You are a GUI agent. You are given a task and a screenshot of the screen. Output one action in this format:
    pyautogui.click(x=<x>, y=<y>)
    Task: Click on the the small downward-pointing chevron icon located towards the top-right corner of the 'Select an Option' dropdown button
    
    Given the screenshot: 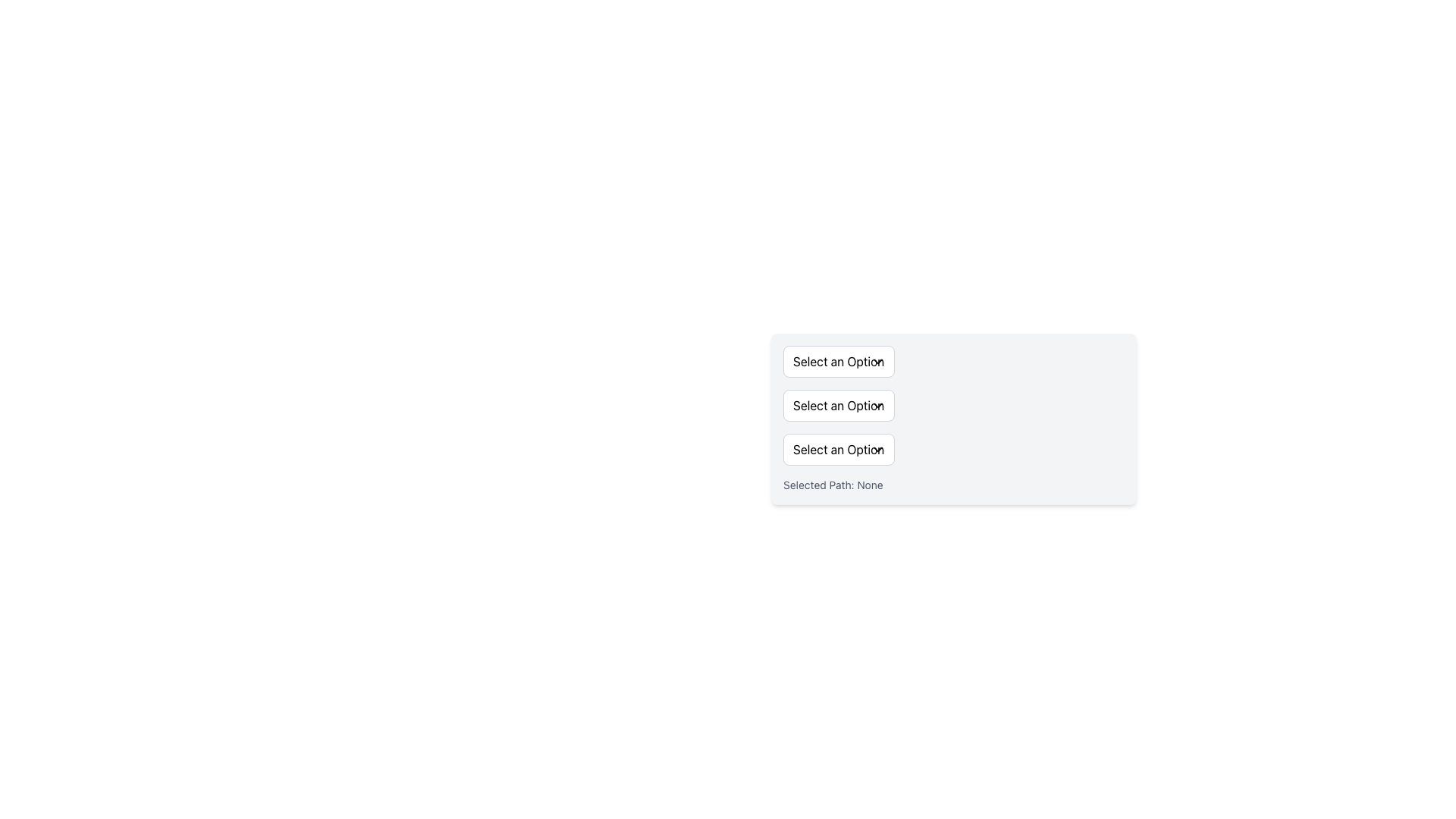 What is the action you would take?
    pyautogui.click(x=877, y=362)
    